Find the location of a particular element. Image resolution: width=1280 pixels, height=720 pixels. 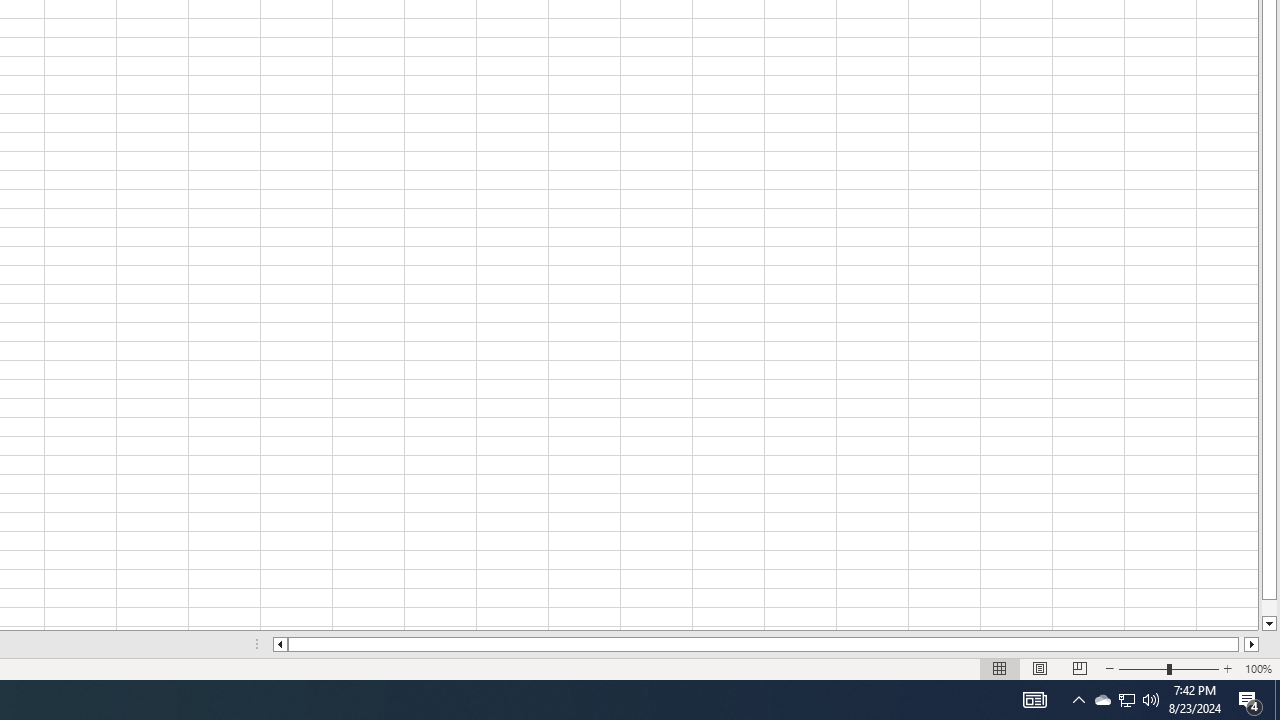

'Zoom In' is located at coordinates (1226, 669).